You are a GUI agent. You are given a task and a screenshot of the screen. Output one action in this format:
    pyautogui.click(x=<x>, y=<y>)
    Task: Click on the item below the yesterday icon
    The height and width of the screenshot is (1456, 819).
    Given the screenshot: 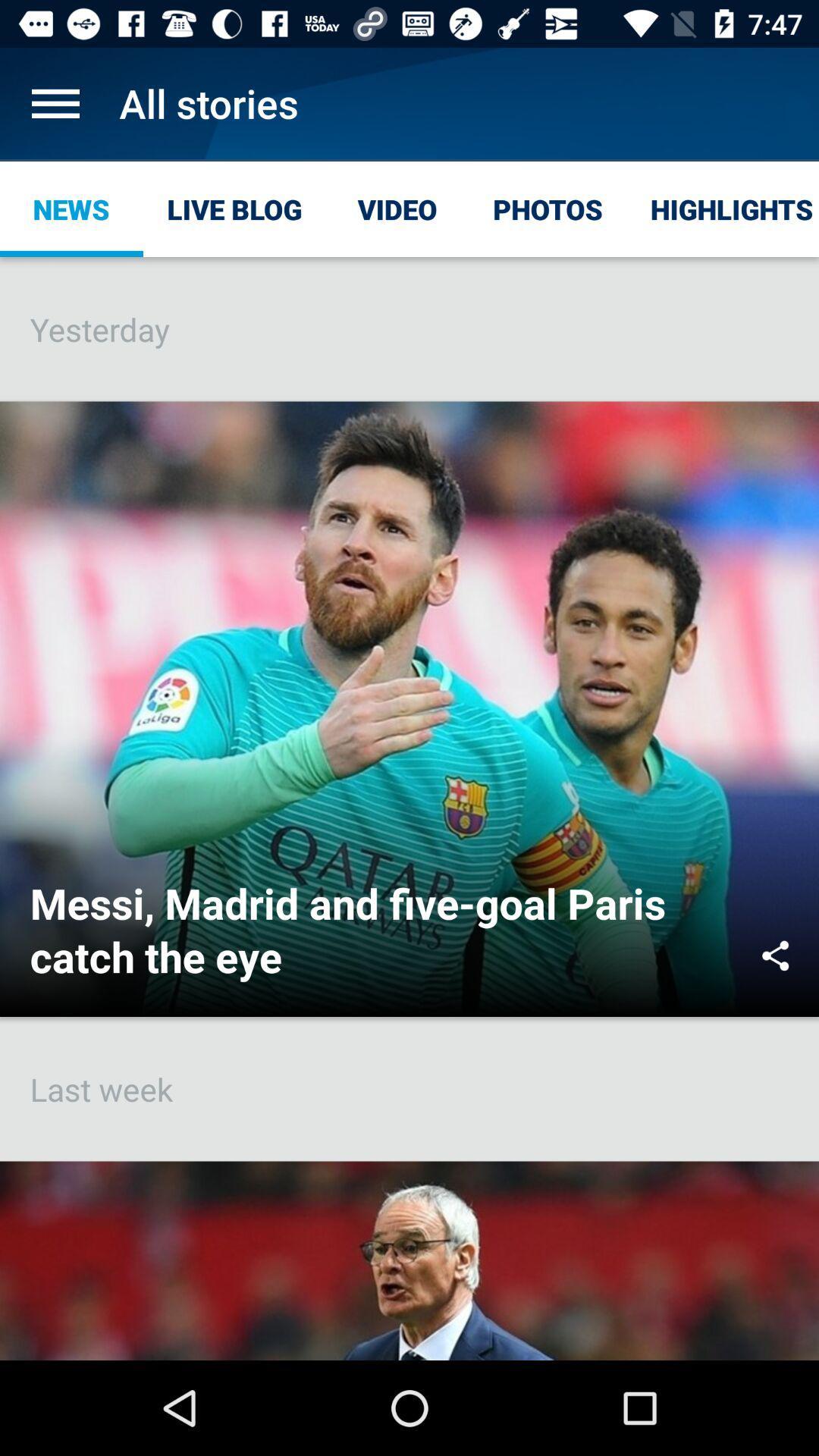 What is the action you would take?
    pyautogui.click(x=775, y=955)
    